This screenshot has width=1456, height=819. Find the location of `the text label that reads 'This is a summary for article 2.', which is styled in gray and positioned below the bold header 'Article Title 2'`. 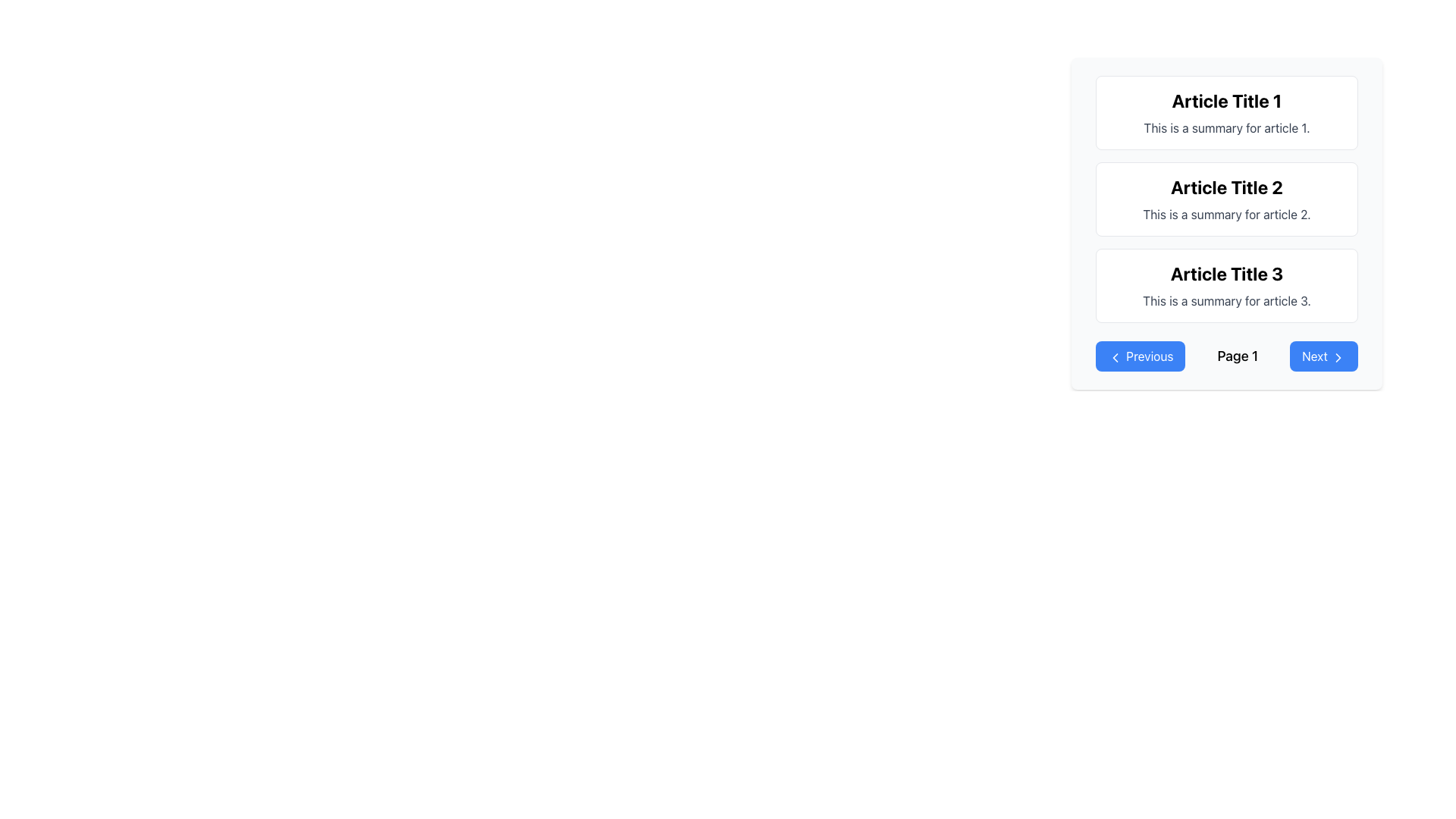

the text label that reads 'This is a summary for article 2.', which is styled in gray and positioned below the bold header 'Article Title 2' is located at coordinates (1226, 214).